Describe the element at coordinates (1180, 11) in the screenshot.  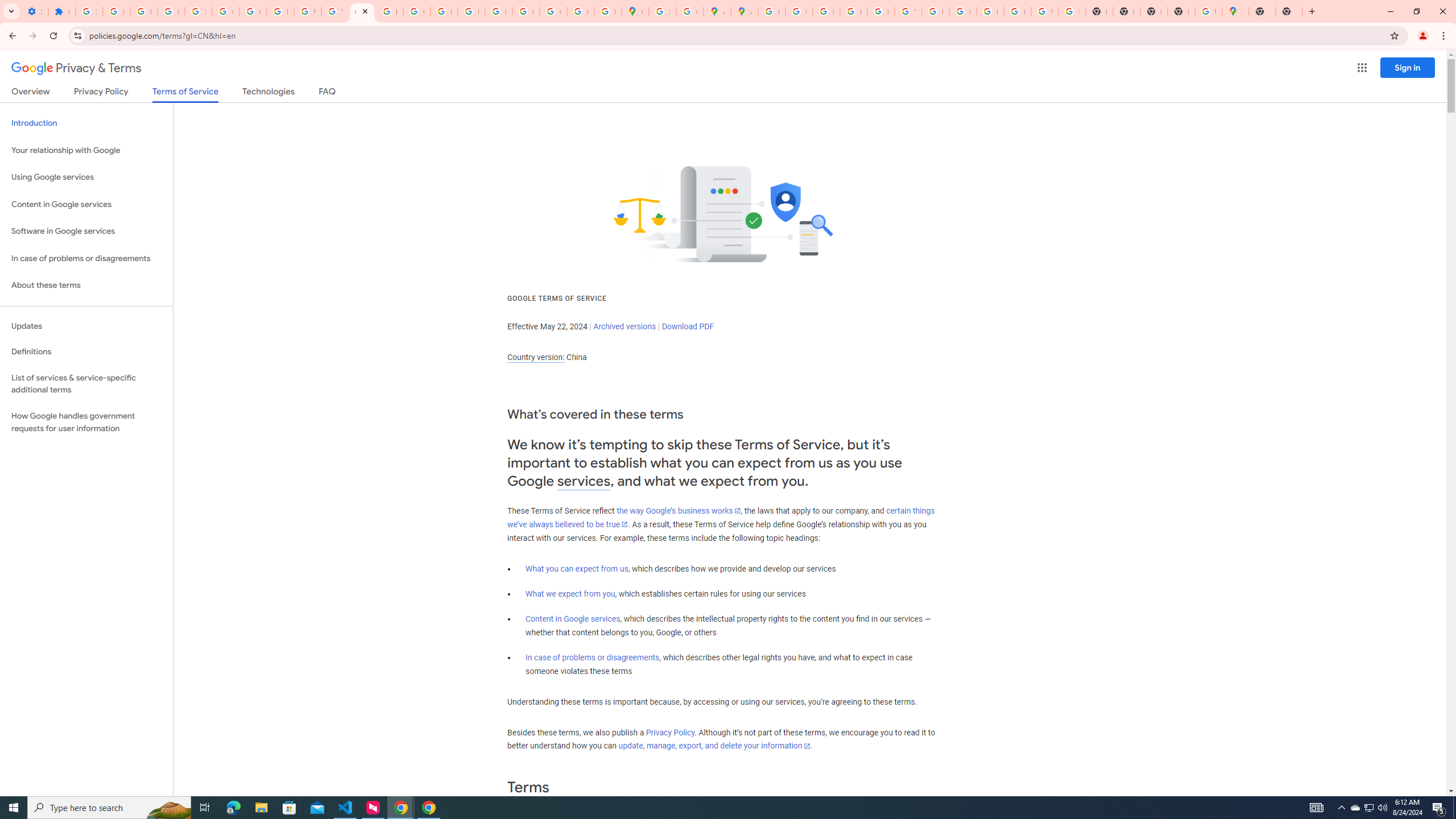
I see `'New Tab'` at that location.